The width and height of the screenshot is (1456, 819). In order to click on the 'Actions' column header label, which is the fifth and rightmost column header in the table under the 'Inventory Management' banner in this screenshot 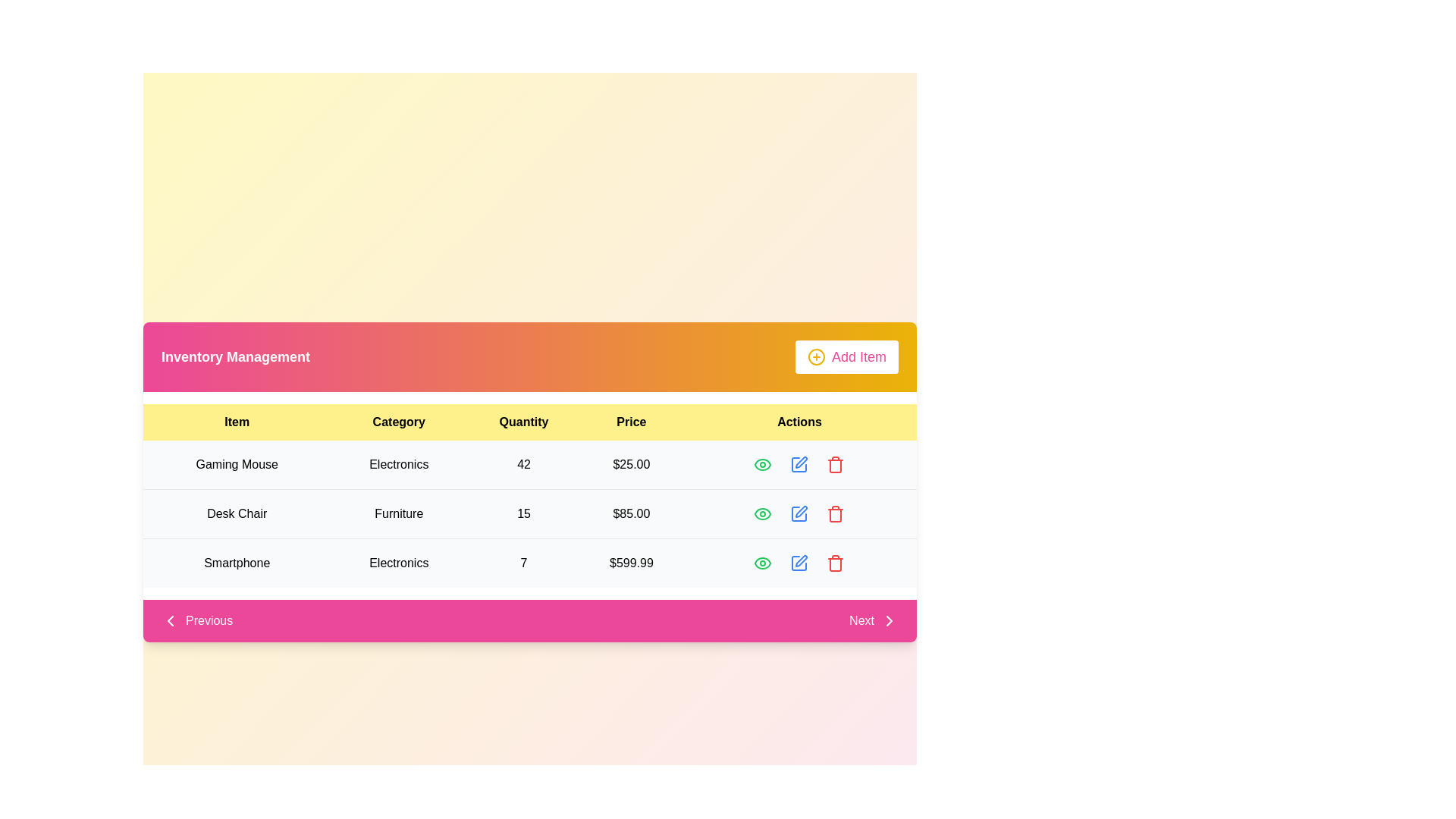, I will do `click(799, 422)`.